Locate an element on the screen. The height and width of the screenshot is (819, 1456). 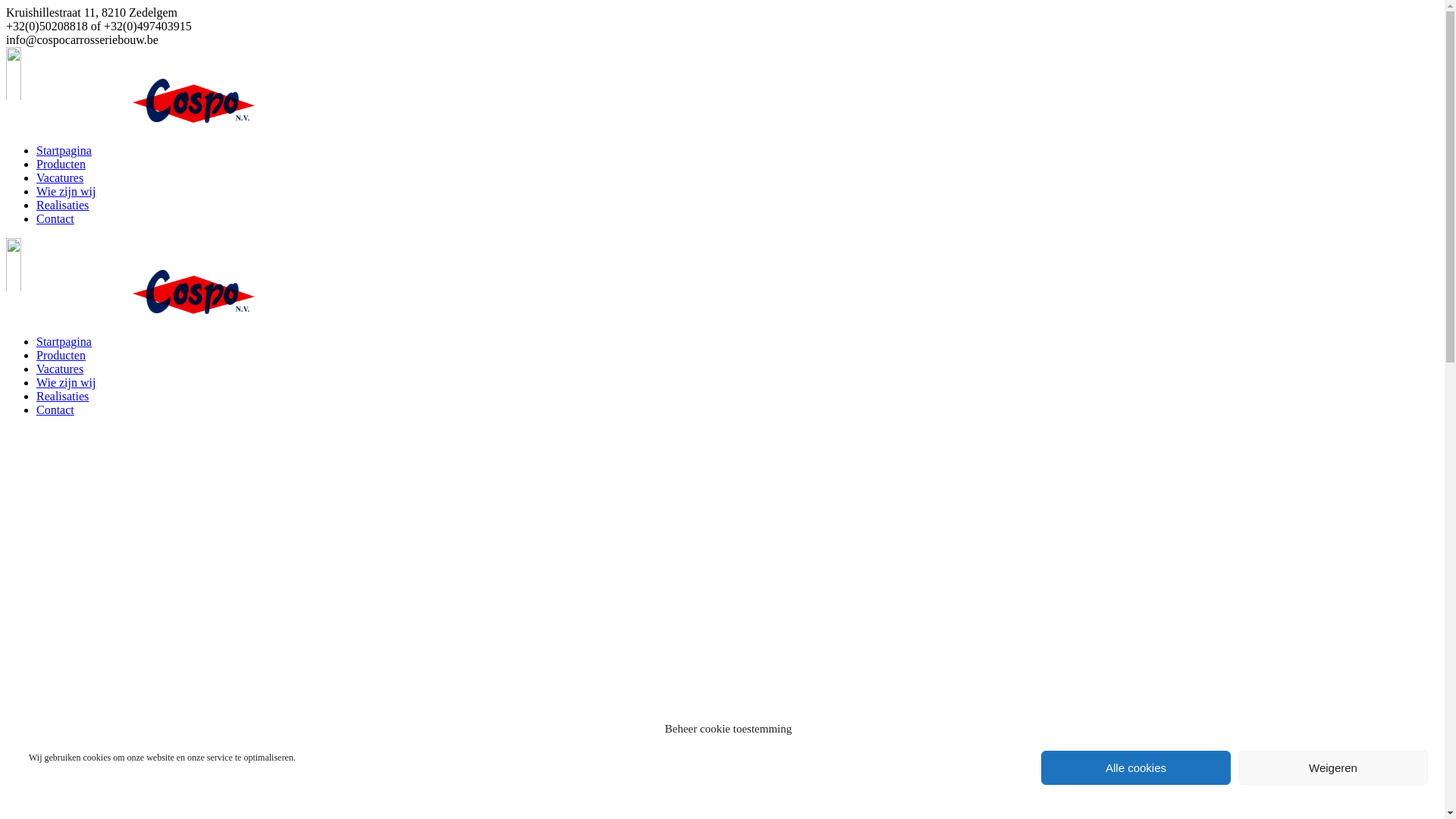
'Alle cookies' is located at coordinates (1135, 767).